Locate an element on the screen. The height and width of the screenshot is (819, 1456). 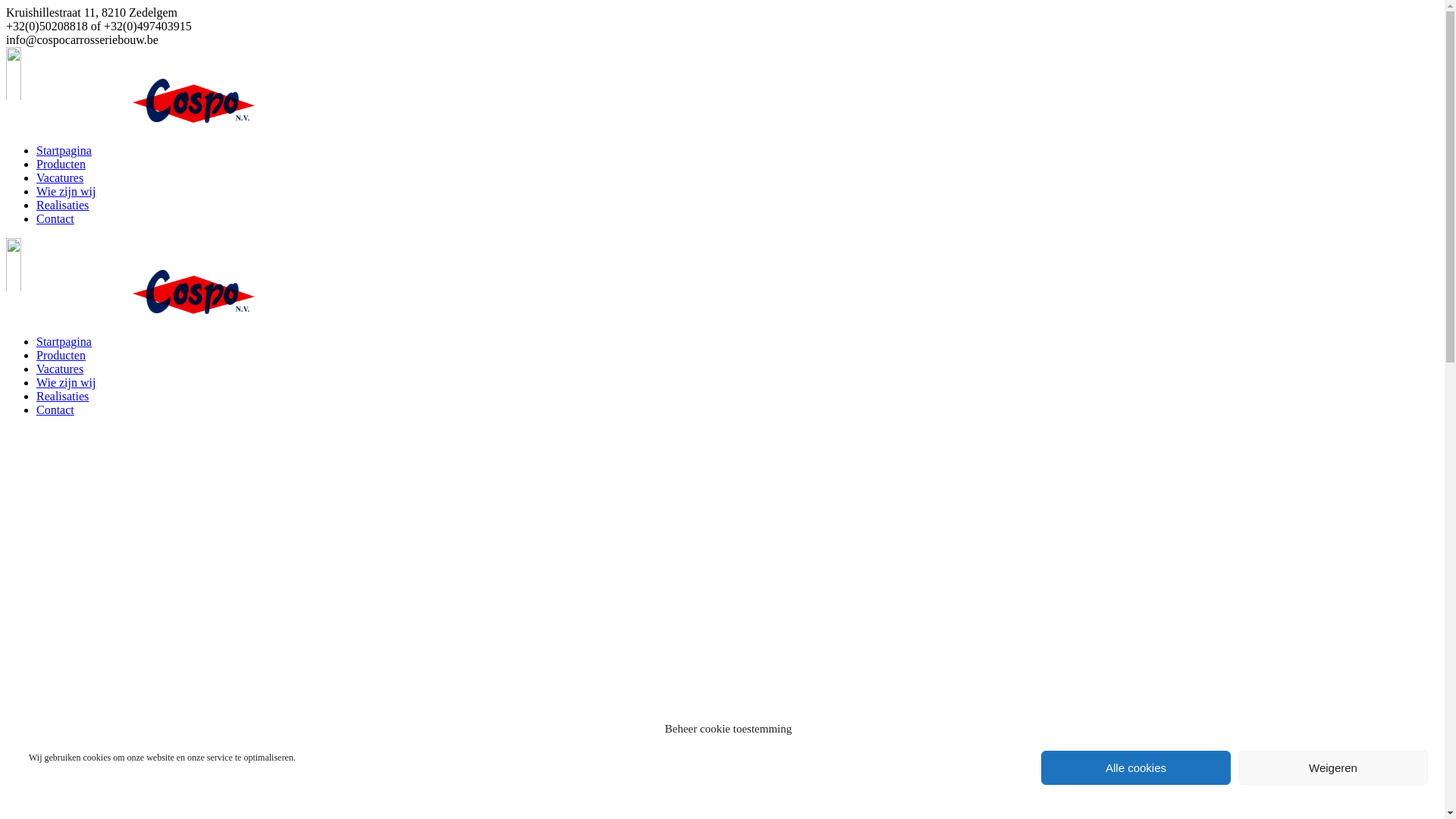
'Alle cookies' is located at coordinates (1135, 767).